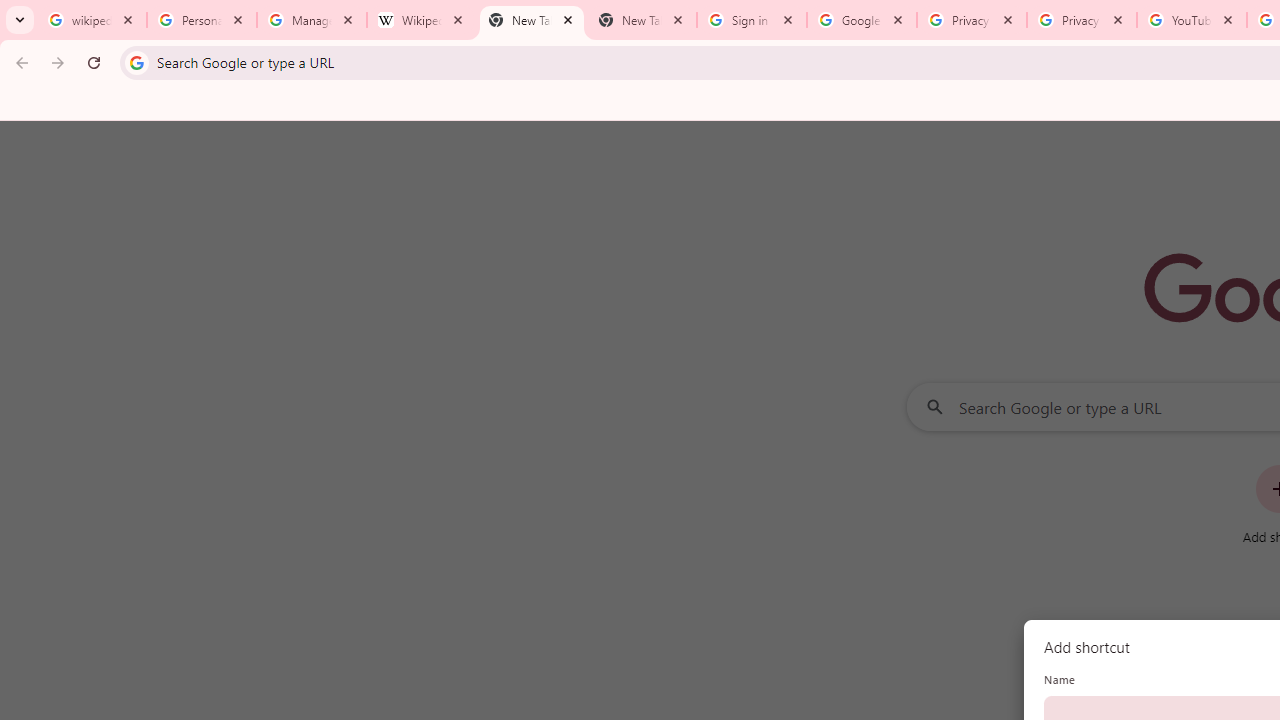  I want to click on 'Wikipedia:Edit requests - Wikipedia', so click(421, 20).